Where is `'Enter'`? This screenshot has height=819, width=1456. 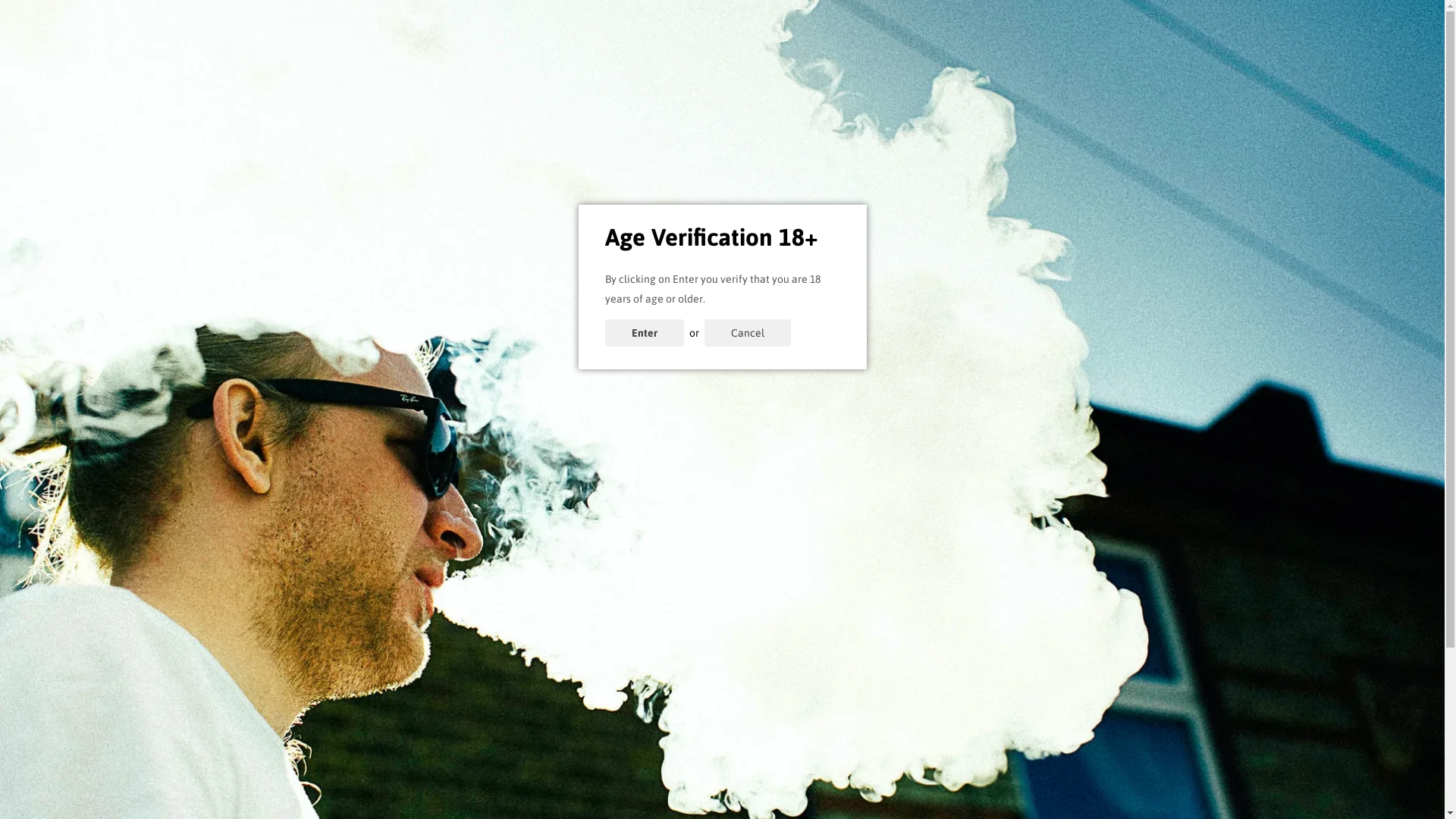
'Enter' is located at coordinates (644, 332).